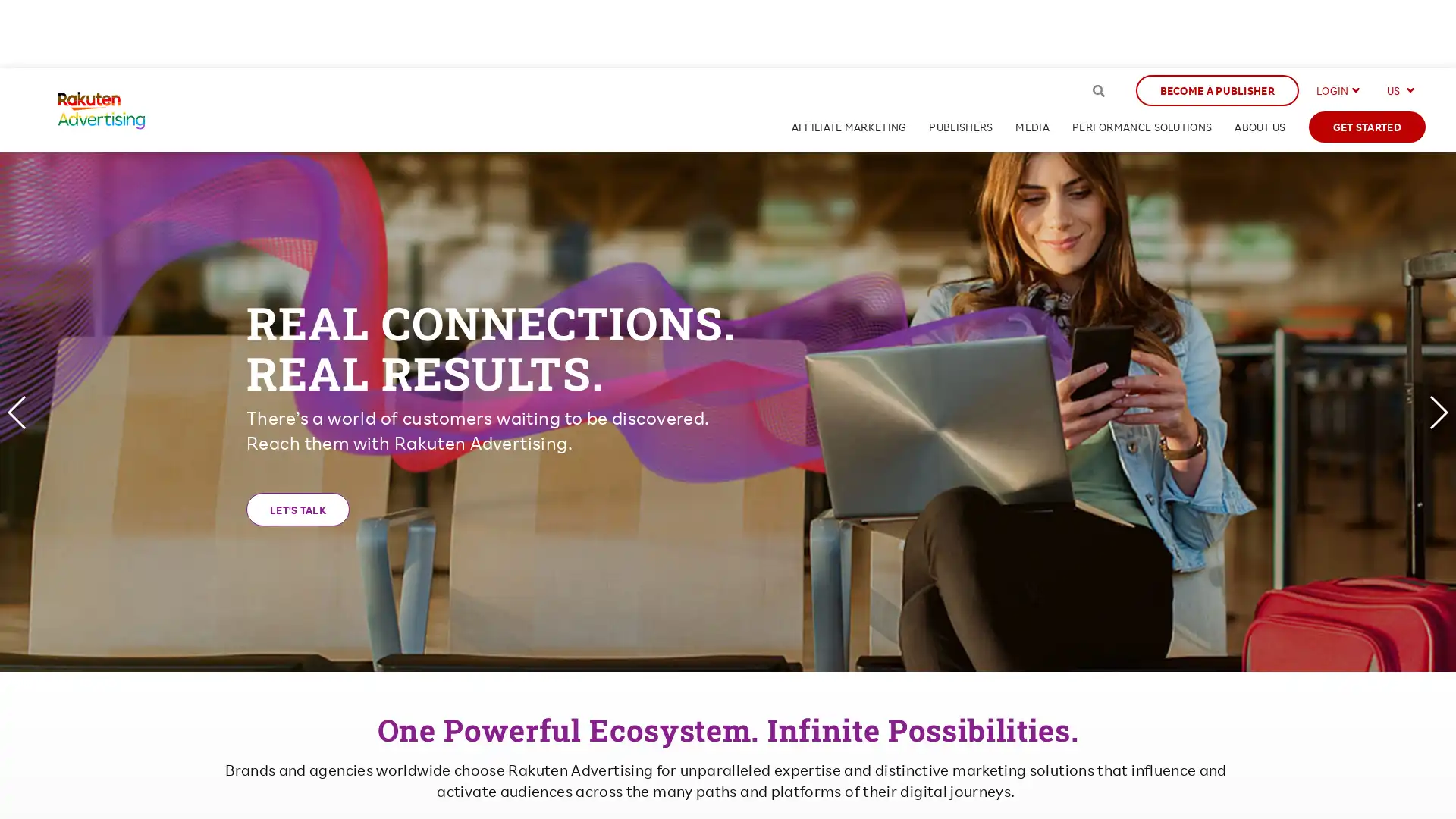 The height and width of the screenshot is (819, 1456). Describe the element at coordinates (1098, 90) in the screenshot. I see `Search Submit` at that location.